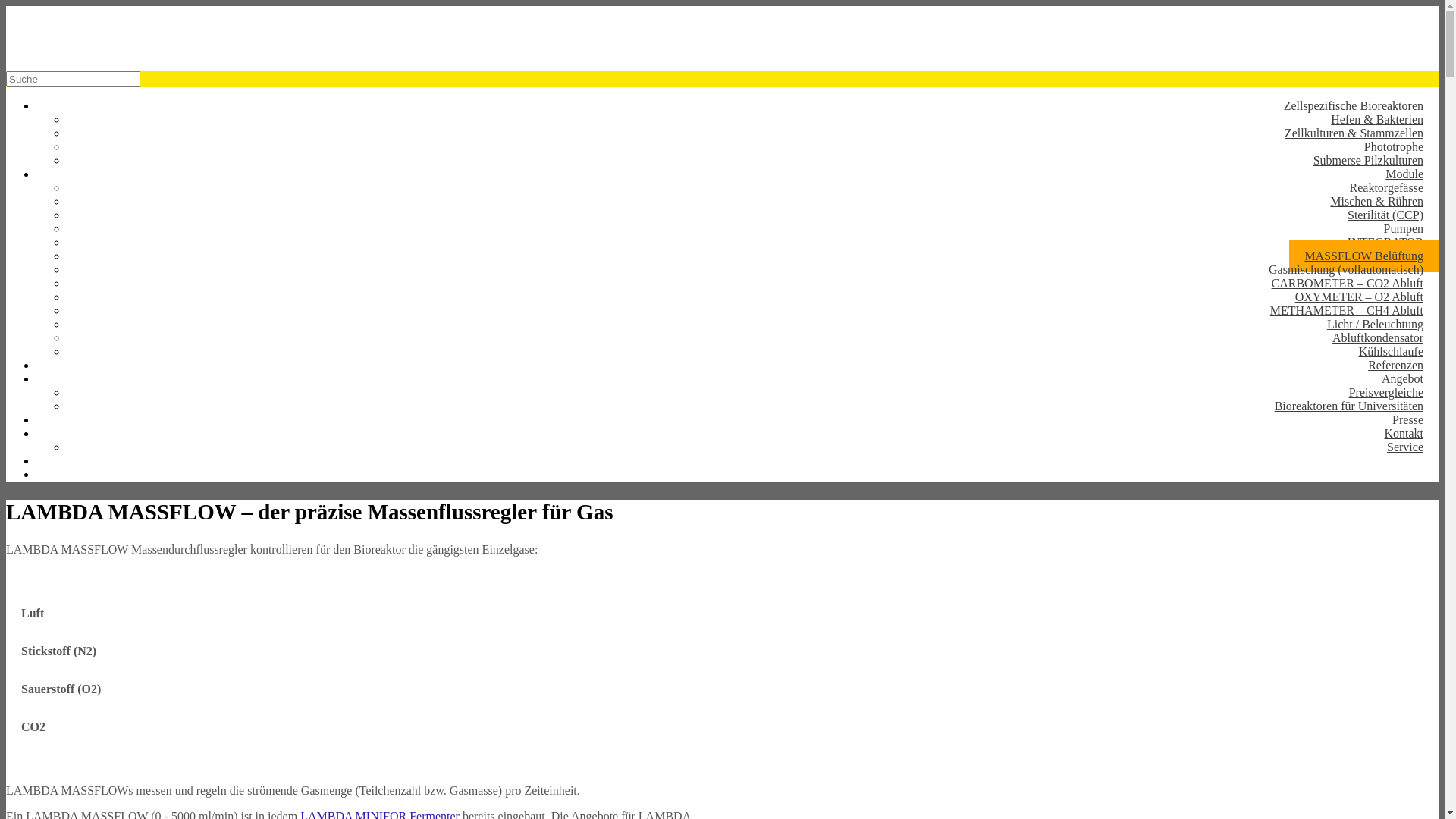 This screenshot has height=819, width=1456. I want to click on 'Referenzen', so click(1395, 365).